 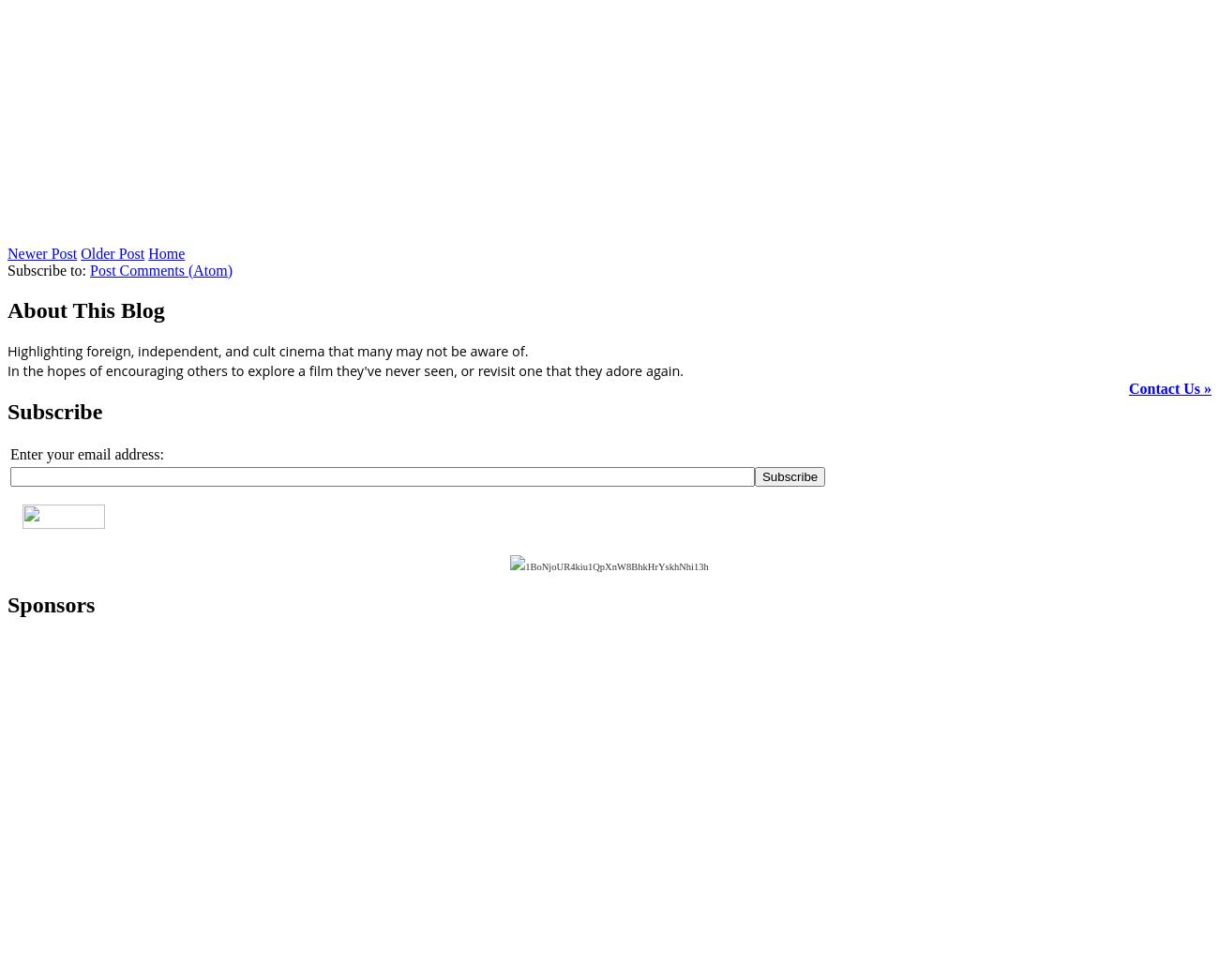 I want to click on 'Subscribe to:', so click(x=48, y=268).